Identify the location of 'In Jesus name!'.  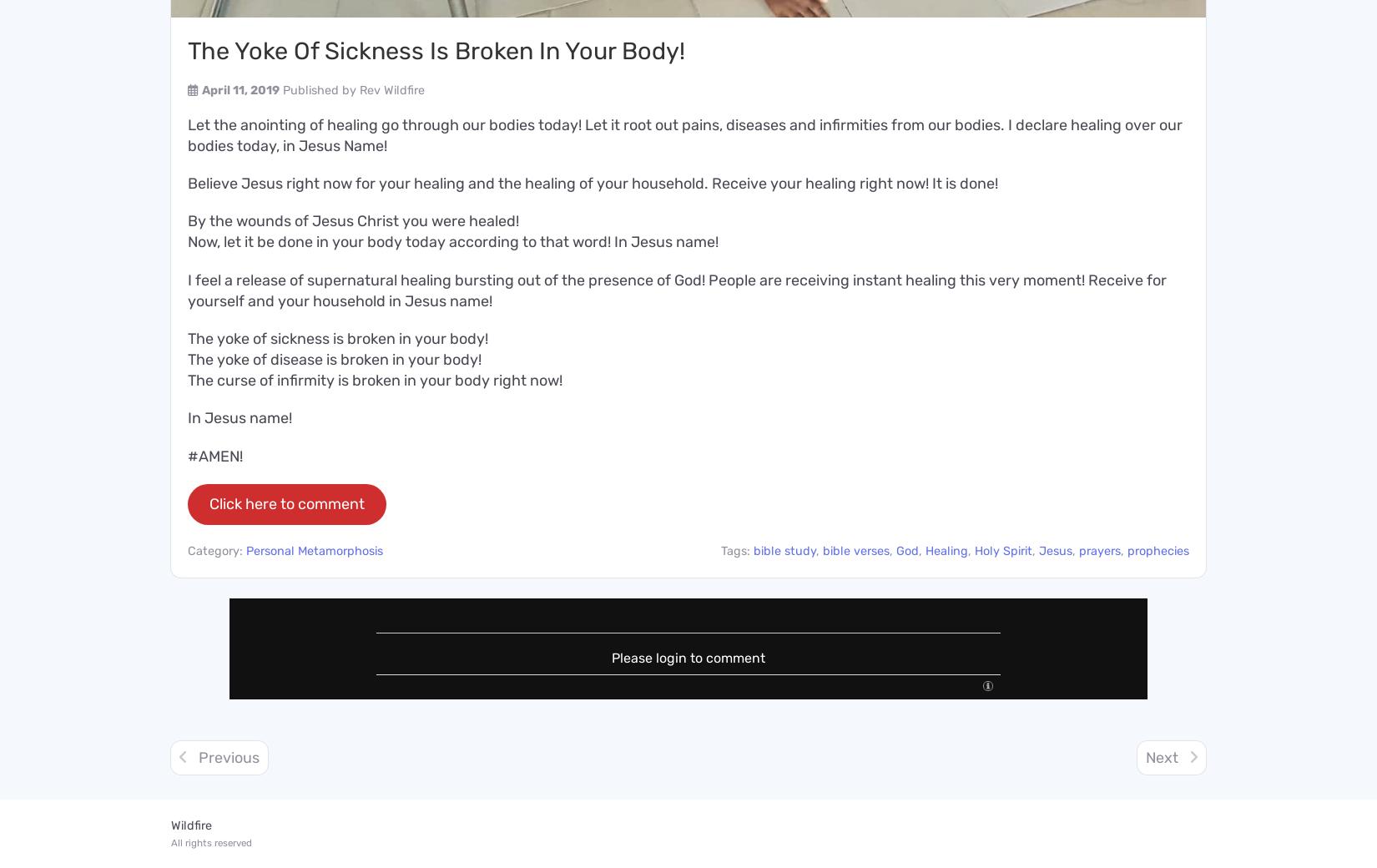
(240, 417).